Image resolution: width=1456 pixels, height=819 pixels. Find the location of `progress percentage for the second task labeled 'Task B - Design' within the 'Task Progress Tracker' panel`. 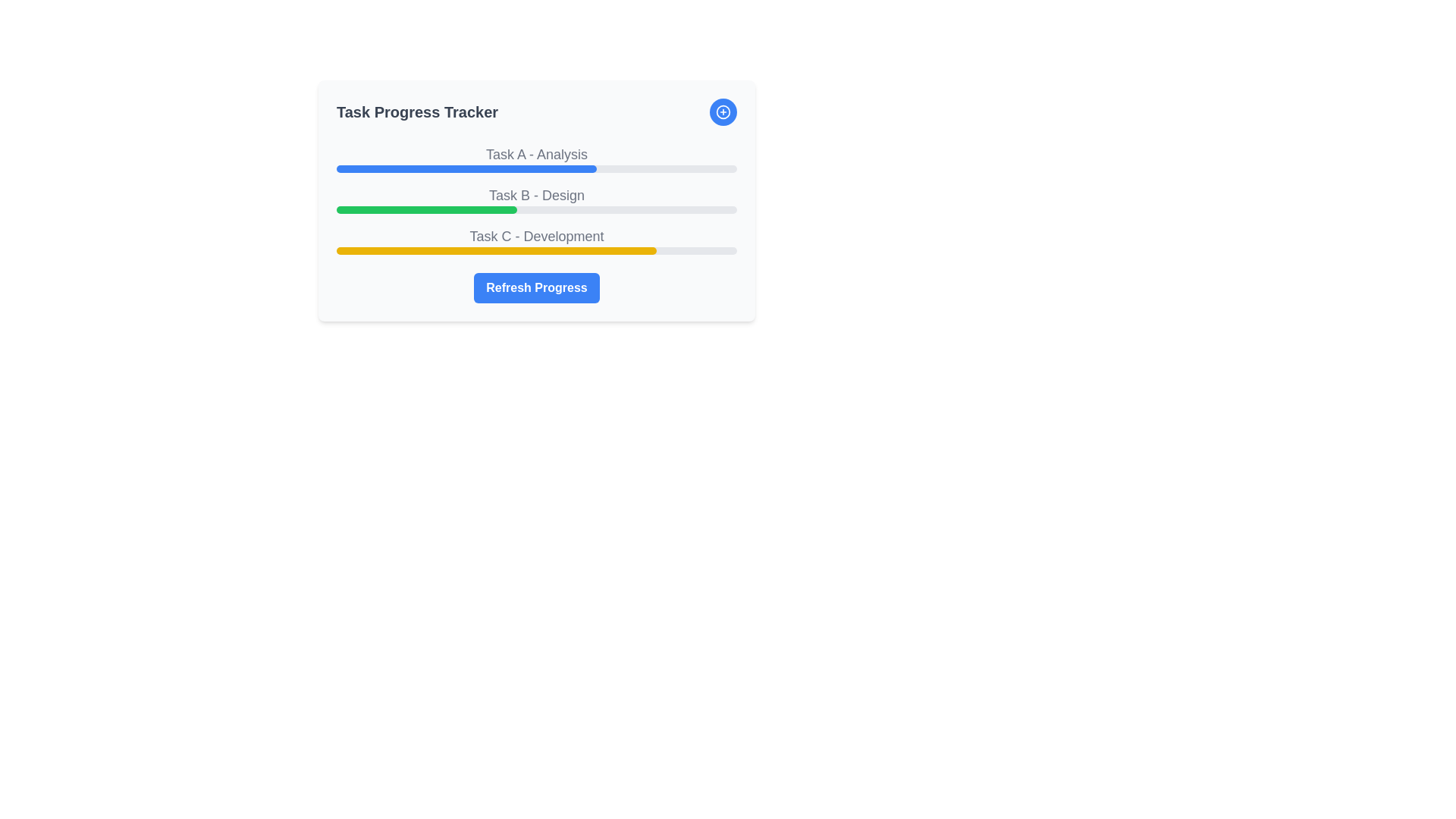

progress percentage for the second task labeled 'Task B - Design' within the 'Task Progress Tracker' panel is located at coordinates (537, 198).